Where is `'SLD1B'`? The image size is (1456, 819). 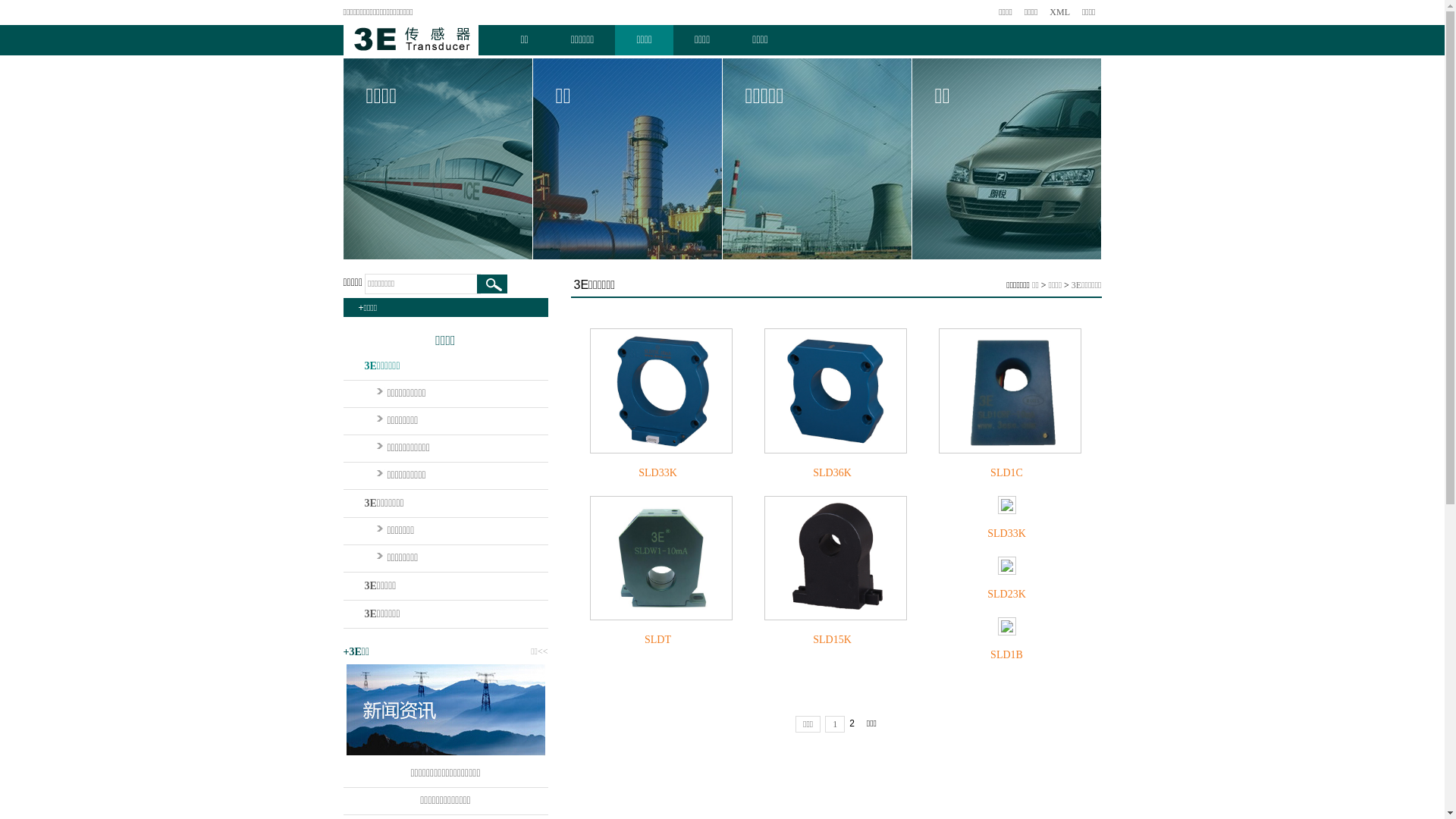
'SLD1B' is located at coordinates (1007, 629).